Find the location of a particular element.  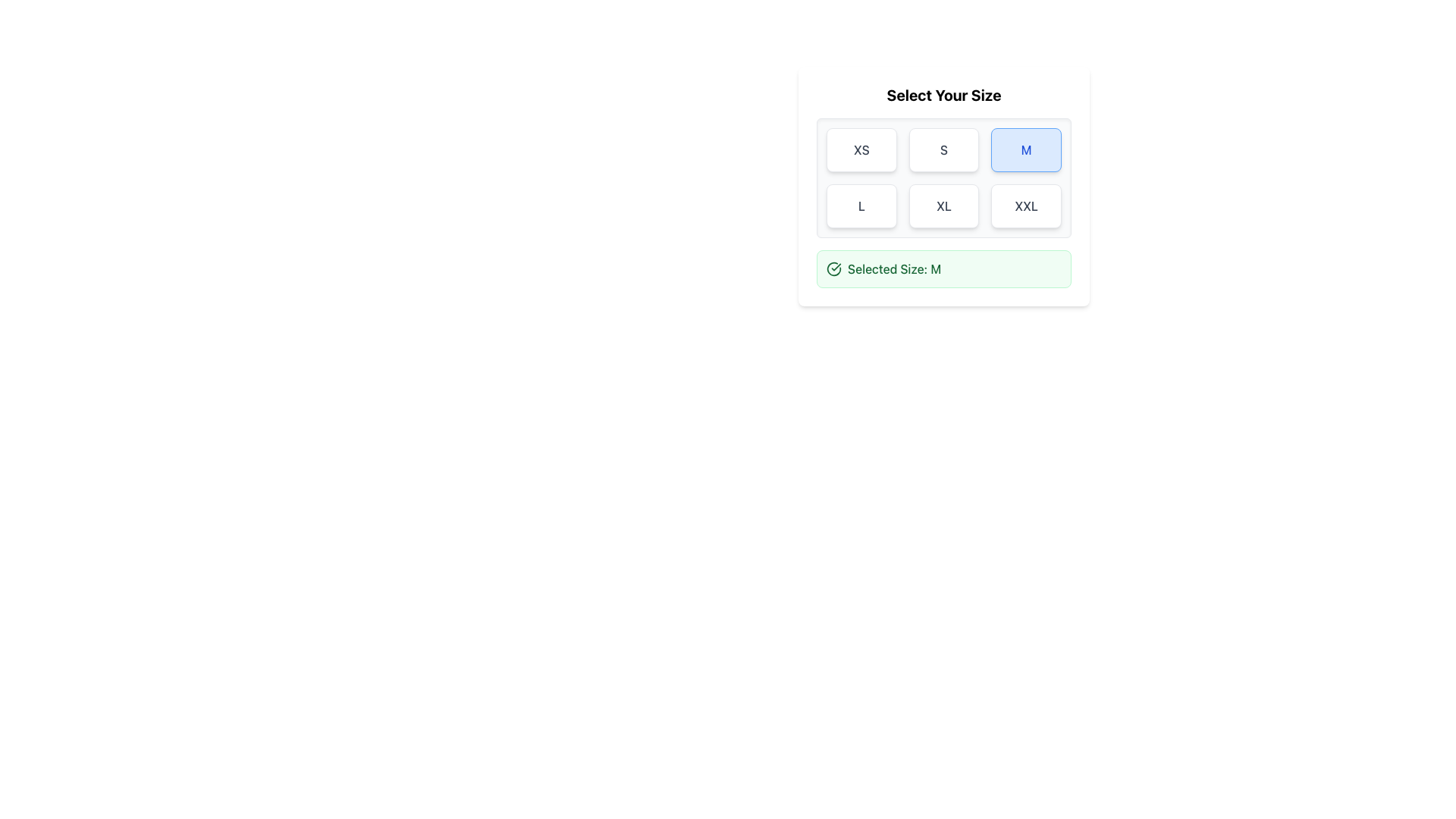

the square button labeled 'L' with a white background and gray border is located at coordinates (861, 206).